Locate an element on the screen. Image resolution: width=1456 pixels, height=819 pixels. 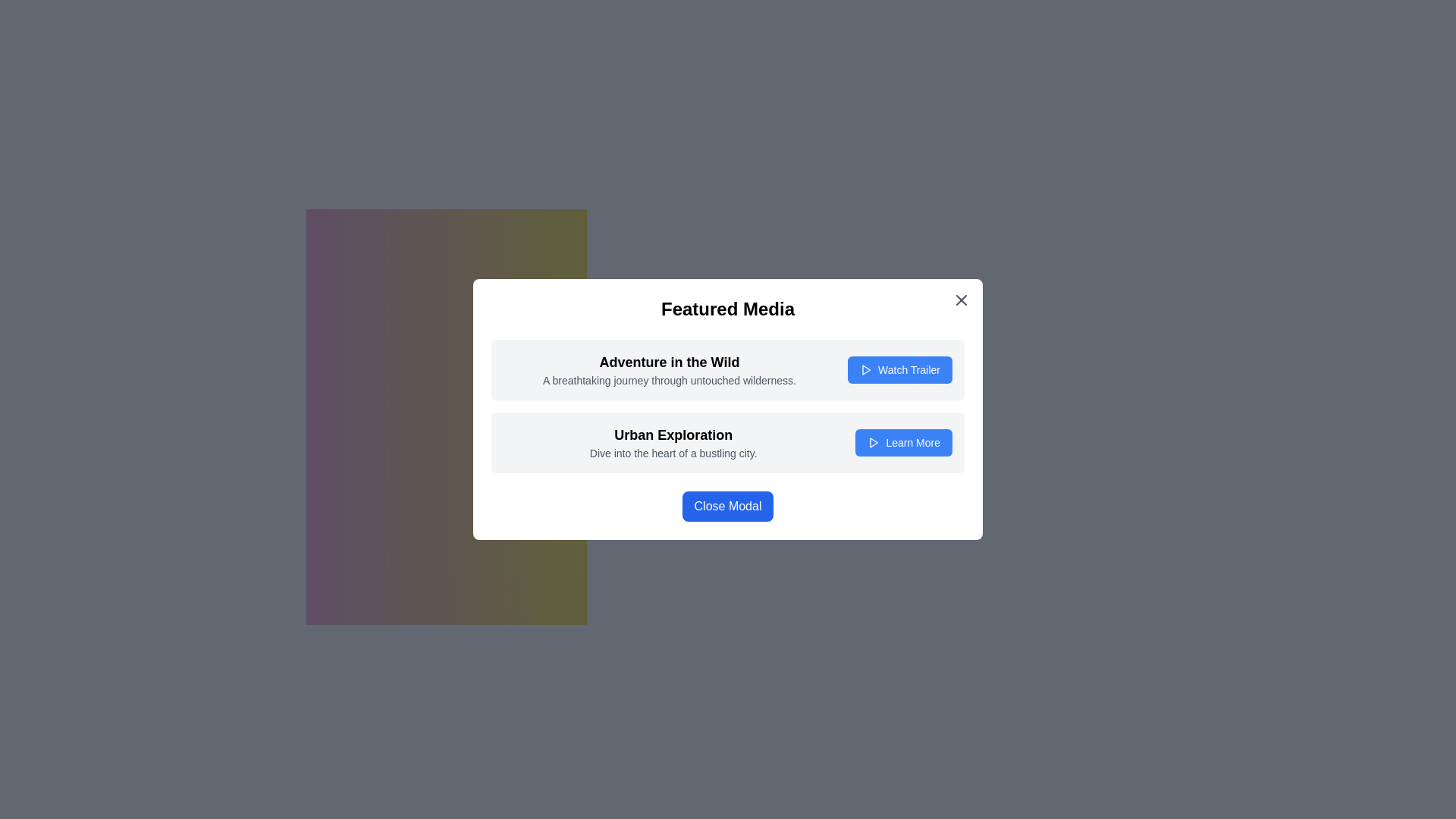
the bold and centered text label with the content 'Featured Media', which is positioned at the top of the modal window is located at coordinates (728, 309).